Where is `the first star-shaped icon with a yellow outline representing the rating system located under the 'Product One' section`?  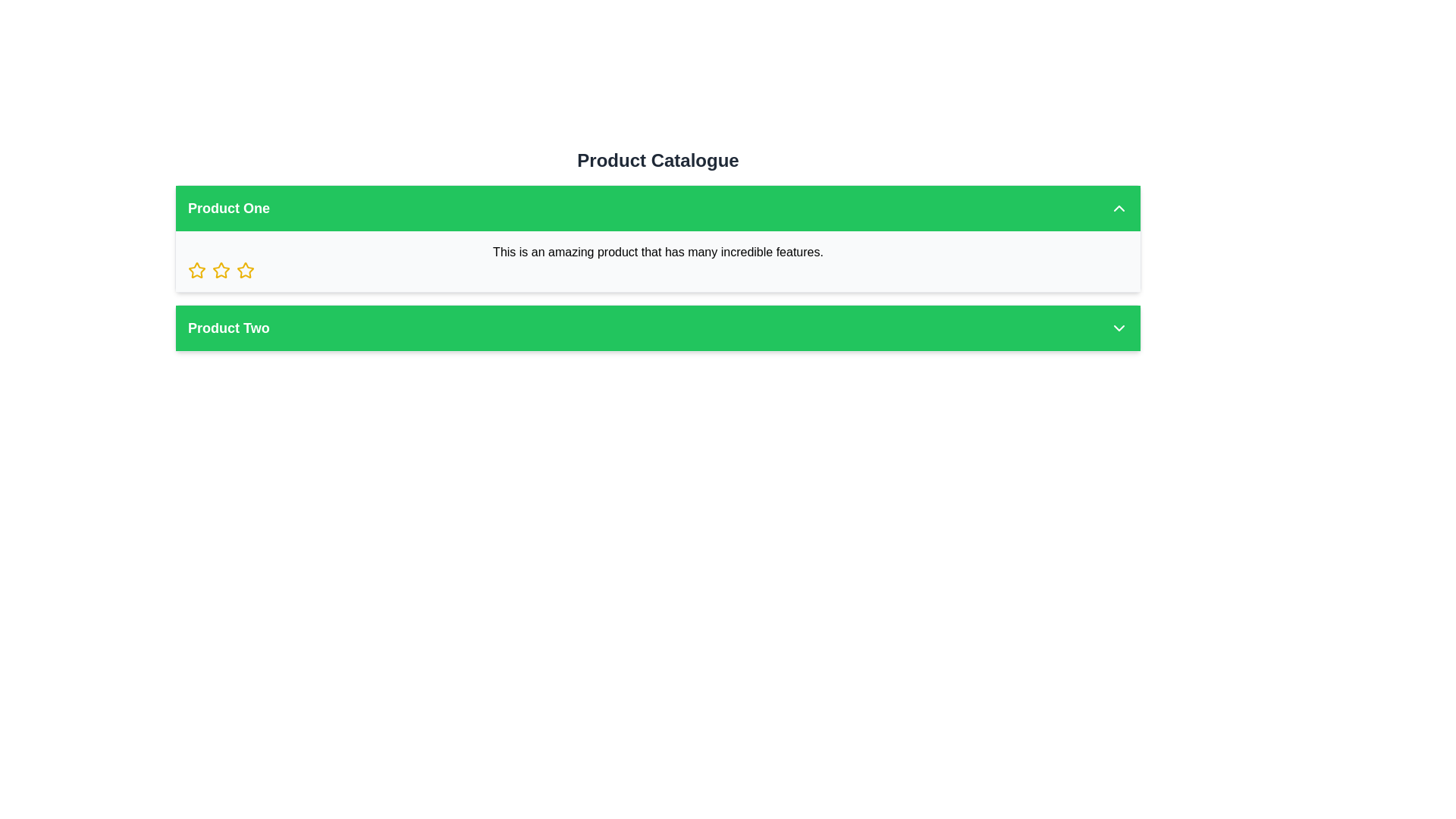 the first star-shaped icon with a yellow outline representing the rating system located under the 'Product One' section is located at coordinates (196, 270).